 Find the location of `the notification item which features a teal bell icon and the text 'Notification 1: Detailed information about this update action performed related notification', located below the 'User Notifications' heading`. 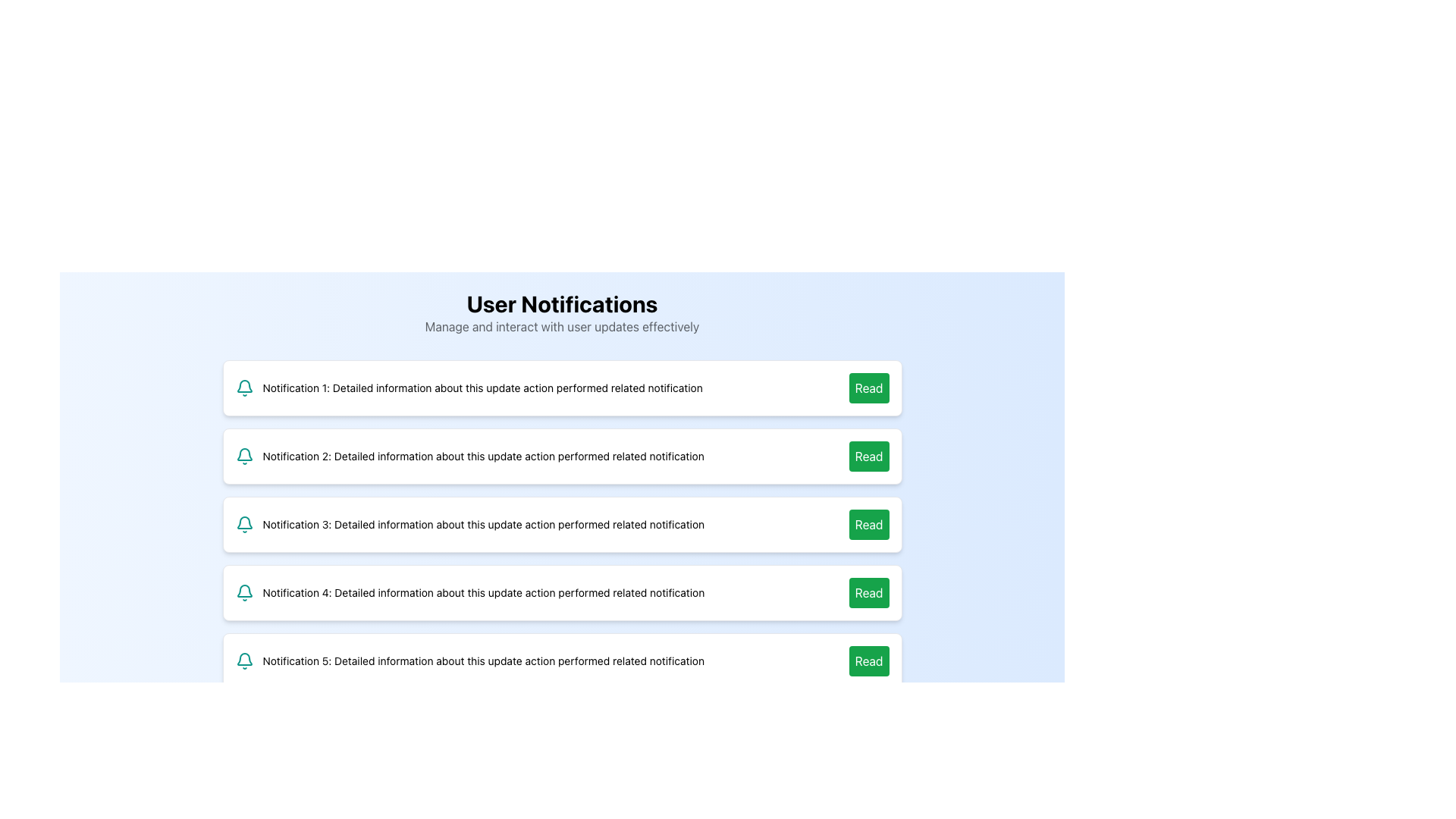

the notification item which features a teal bell icon and the text 'Notification 1: Detailed information about this update action performed related notification', located below the 'User Notifications' heading is located at coordinates (468, 388).